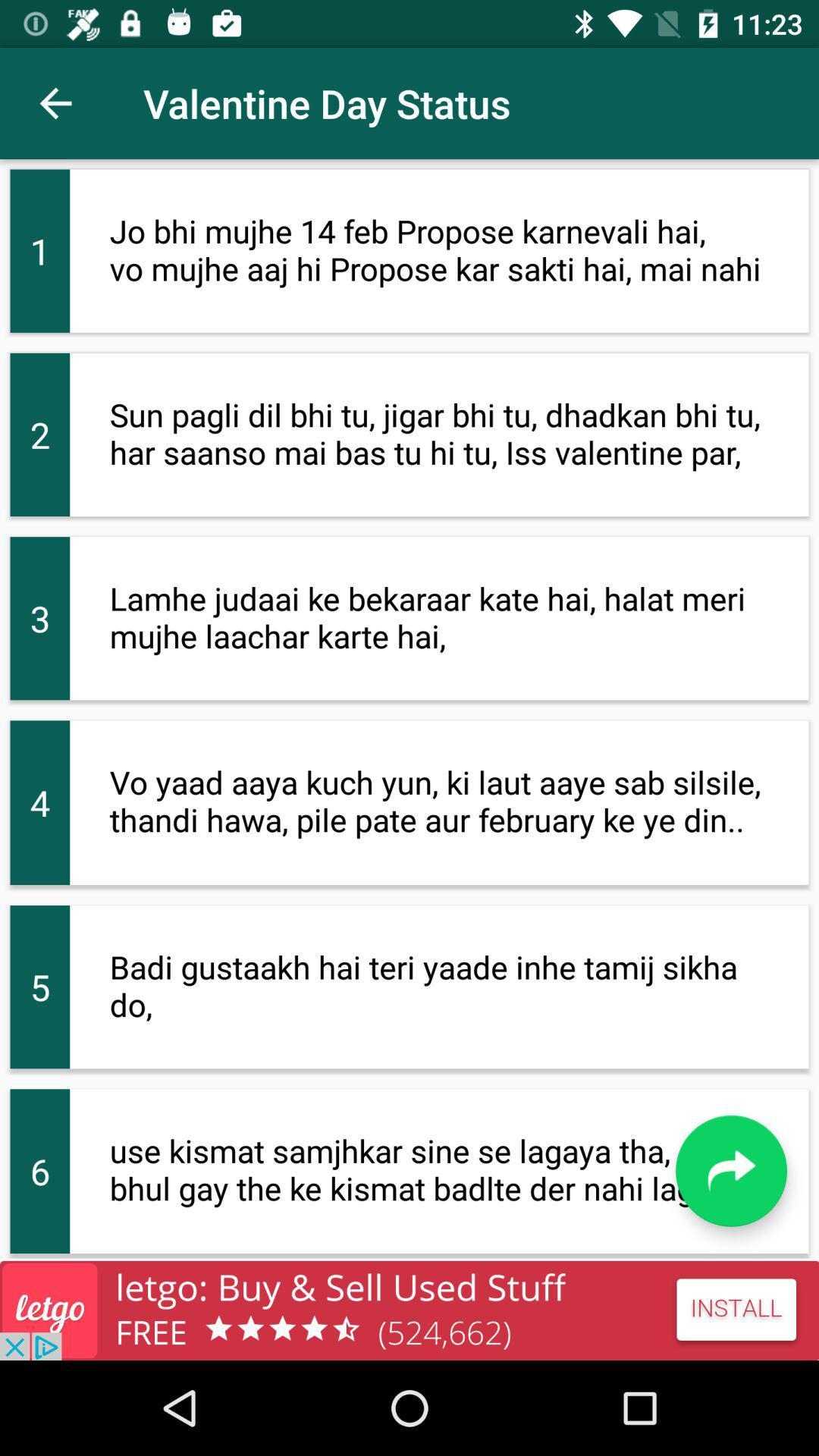 Image resolution: width=819 pixels, height=1456 pixels. Describe the element at coordinates (409, 1310) in the screenshot. I see `app install` at that location.